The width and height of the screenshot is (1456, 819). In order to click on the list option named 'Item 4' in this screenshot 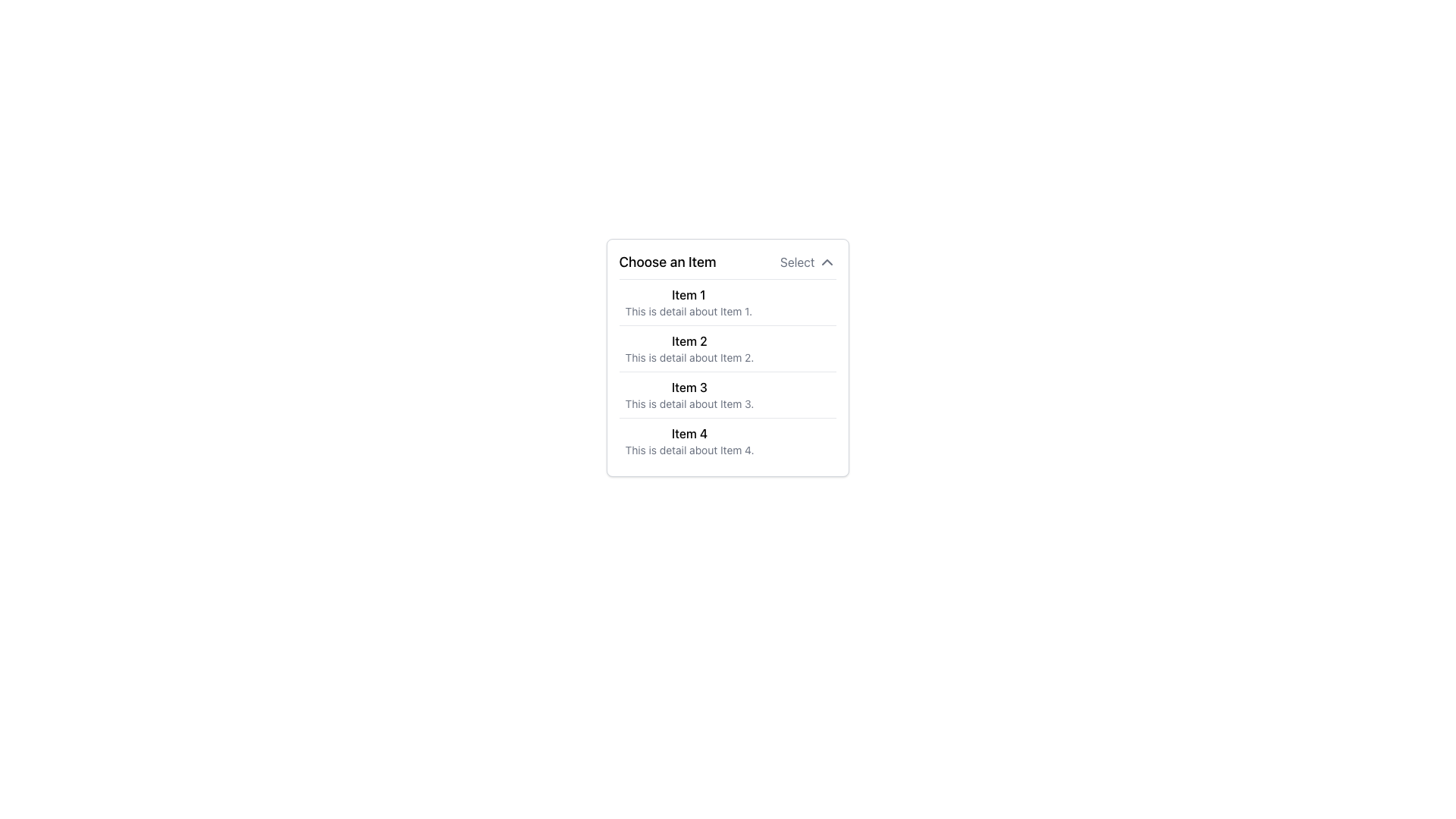, I will do `click(689, 441)`.